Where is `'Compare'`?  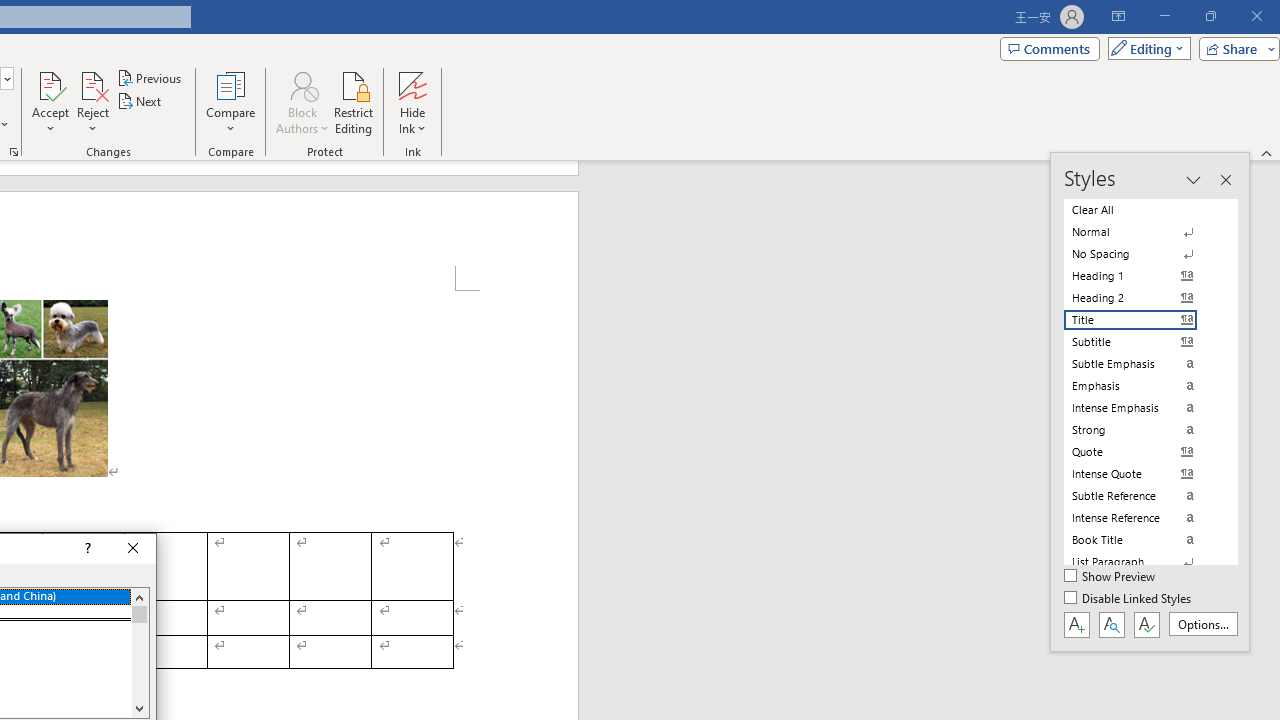 'Compare' is located at coordinates (231, 103).